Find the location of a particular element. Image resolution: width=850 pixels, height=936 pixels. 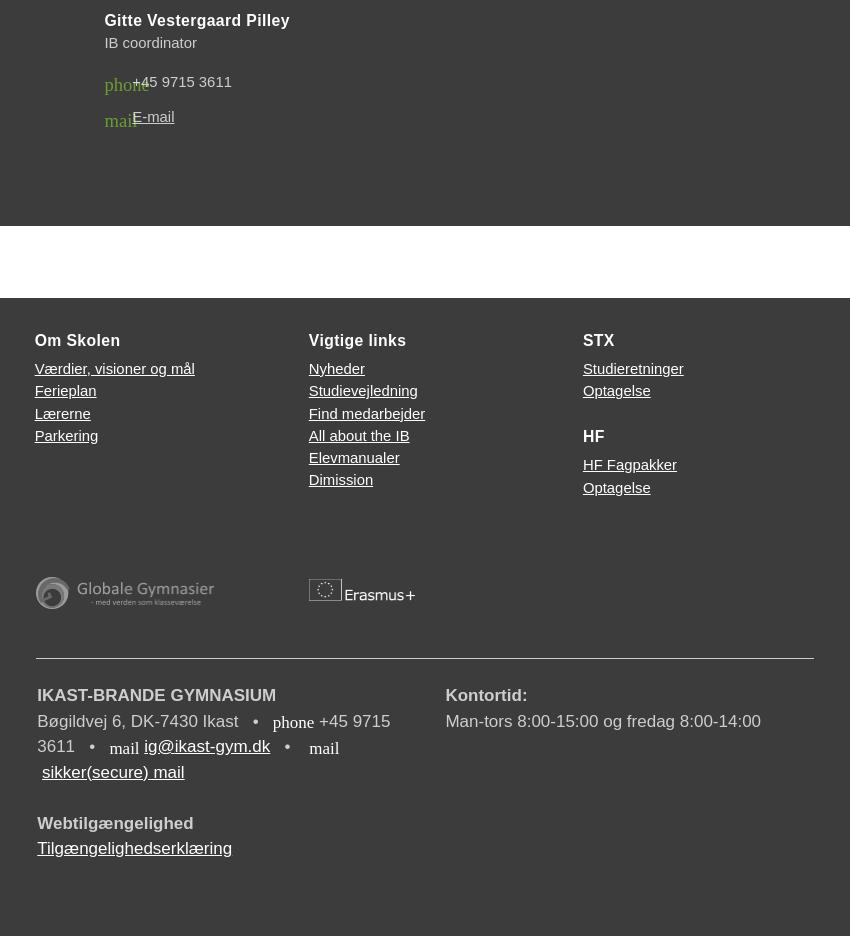

'STX' is located at coordinates (596, 338).